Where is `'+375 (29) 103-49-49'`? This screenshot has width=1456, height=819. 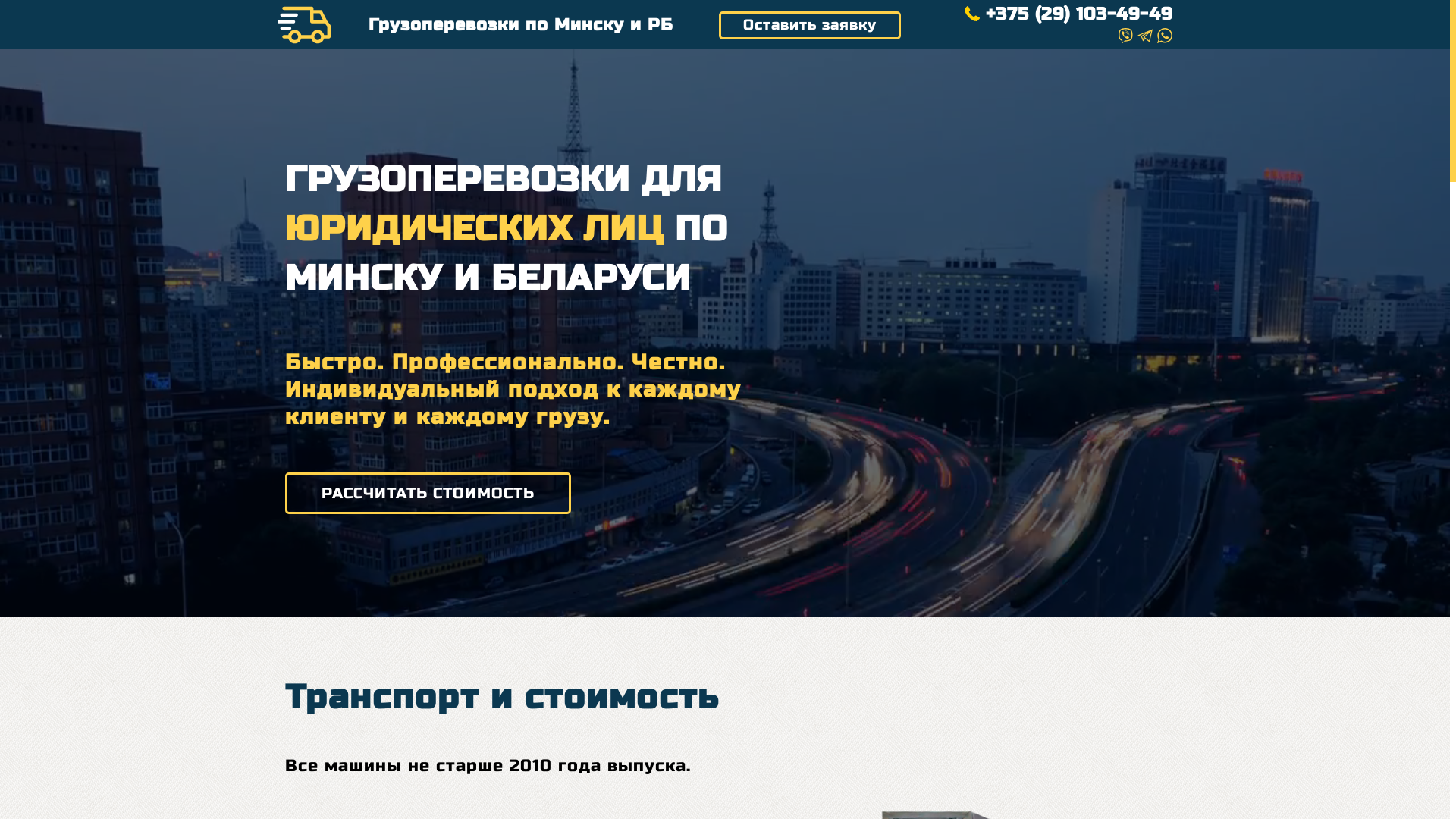 '+375 (29) 103-49-49' is located at coordinates (1068, 14).